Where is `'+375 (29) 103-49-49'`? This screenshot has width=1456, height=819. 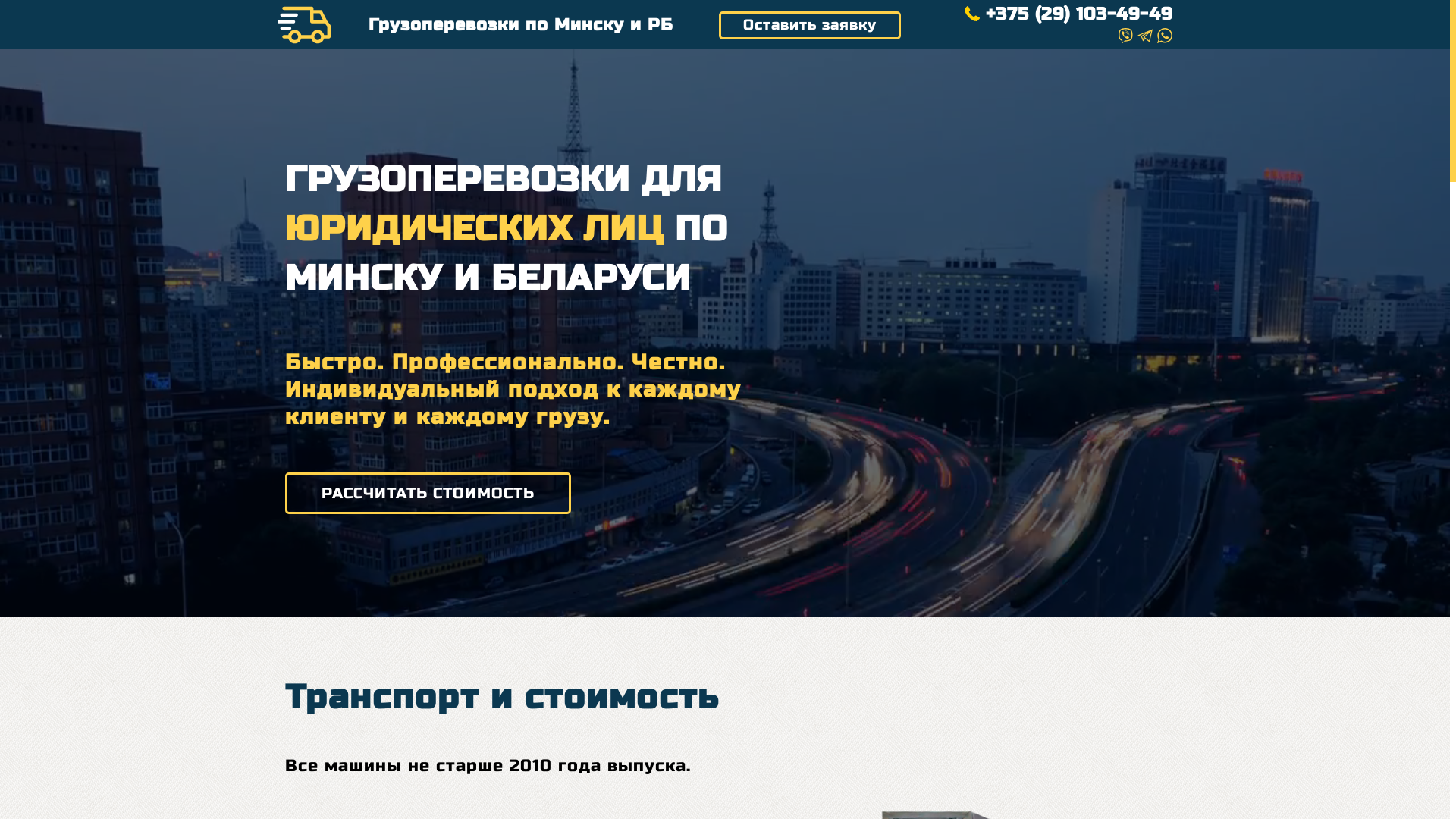 '+375 (29) 103-49-49' is located at coordinates (1068, 14).